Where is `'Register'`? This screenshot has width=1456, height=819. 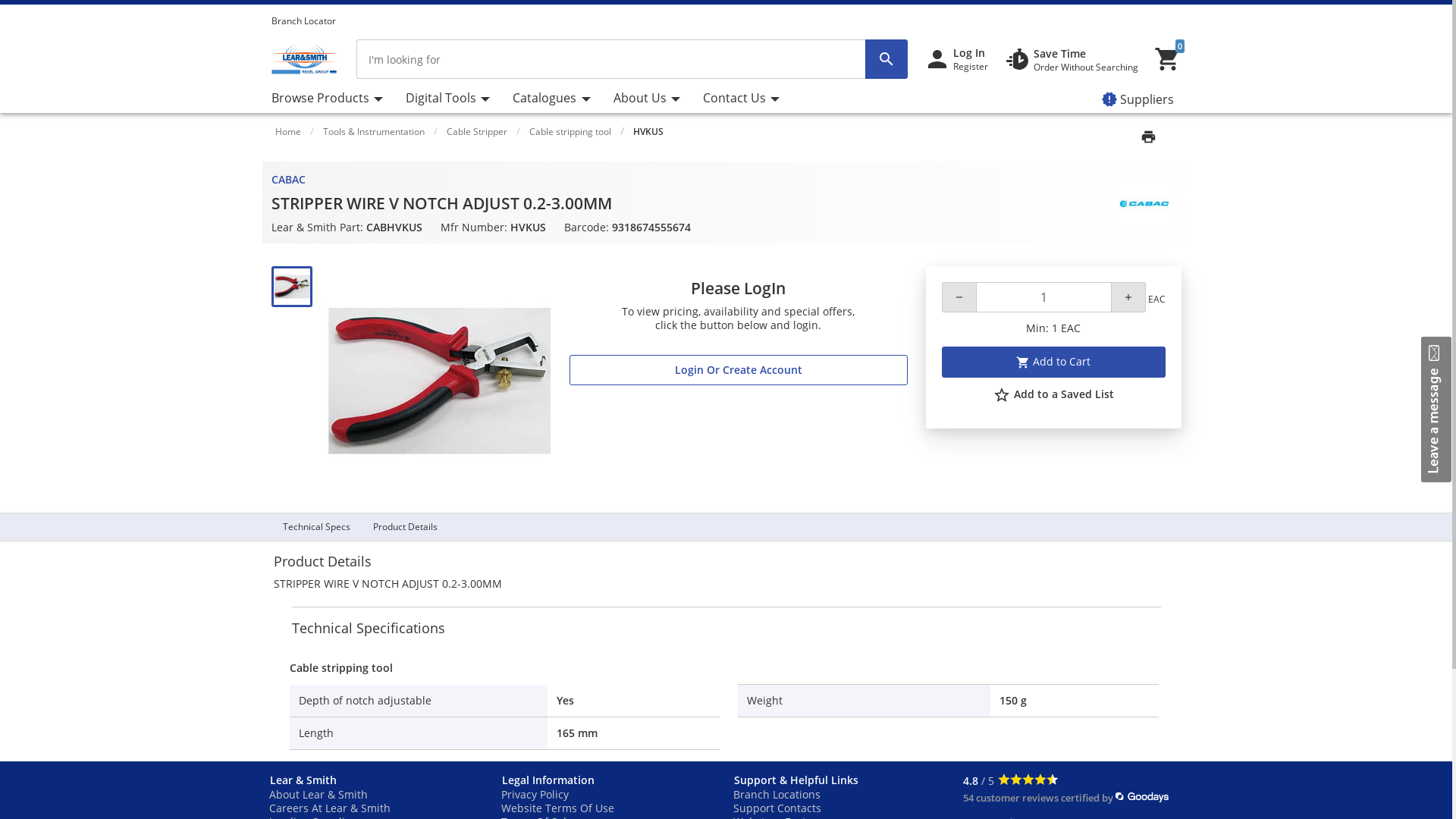
'Register' is located at coordinates (968, 65).